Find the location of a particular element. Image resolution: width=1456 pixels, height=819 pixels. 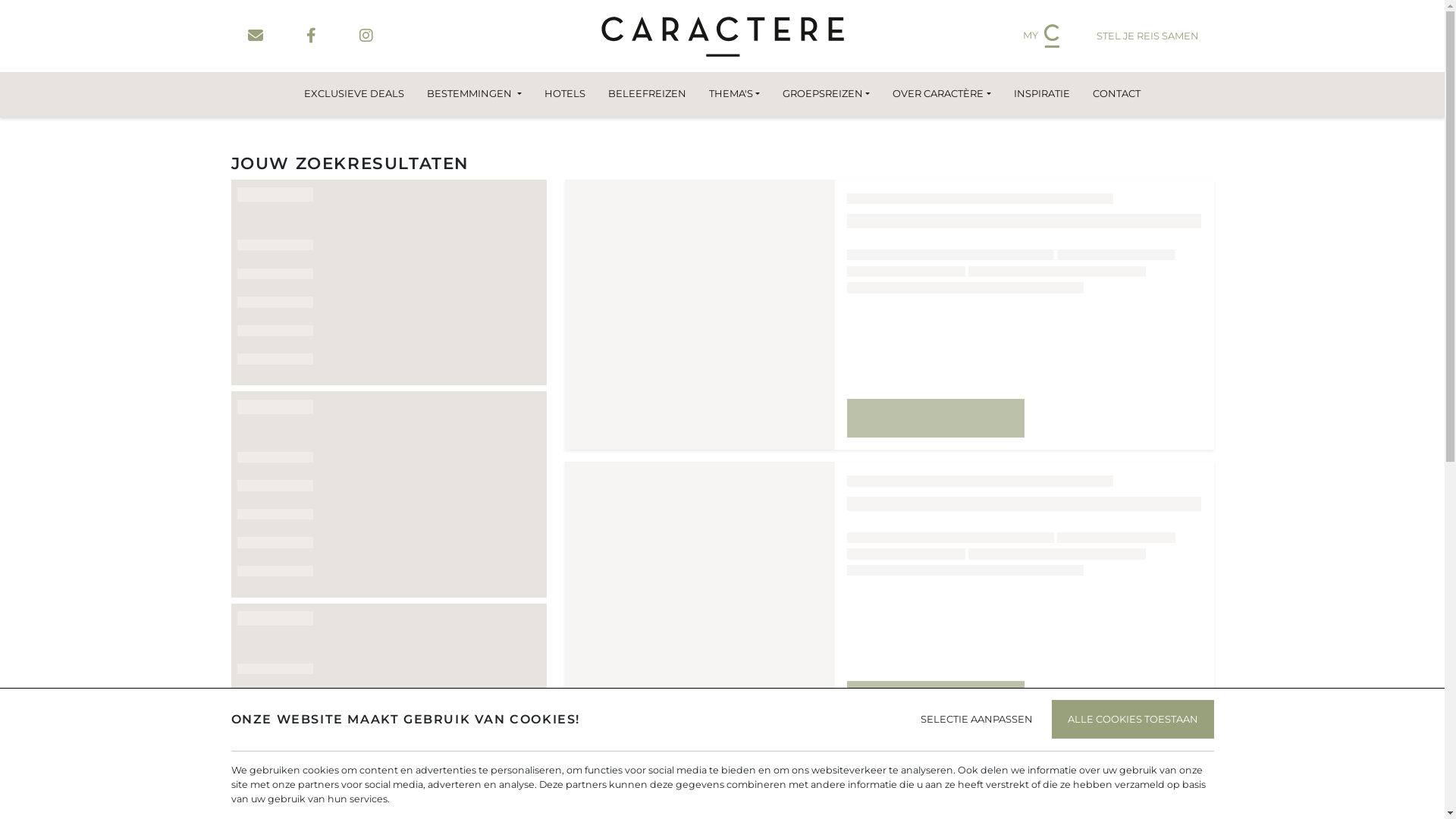

'THEMA'S' is located at coordinates (734, 93).